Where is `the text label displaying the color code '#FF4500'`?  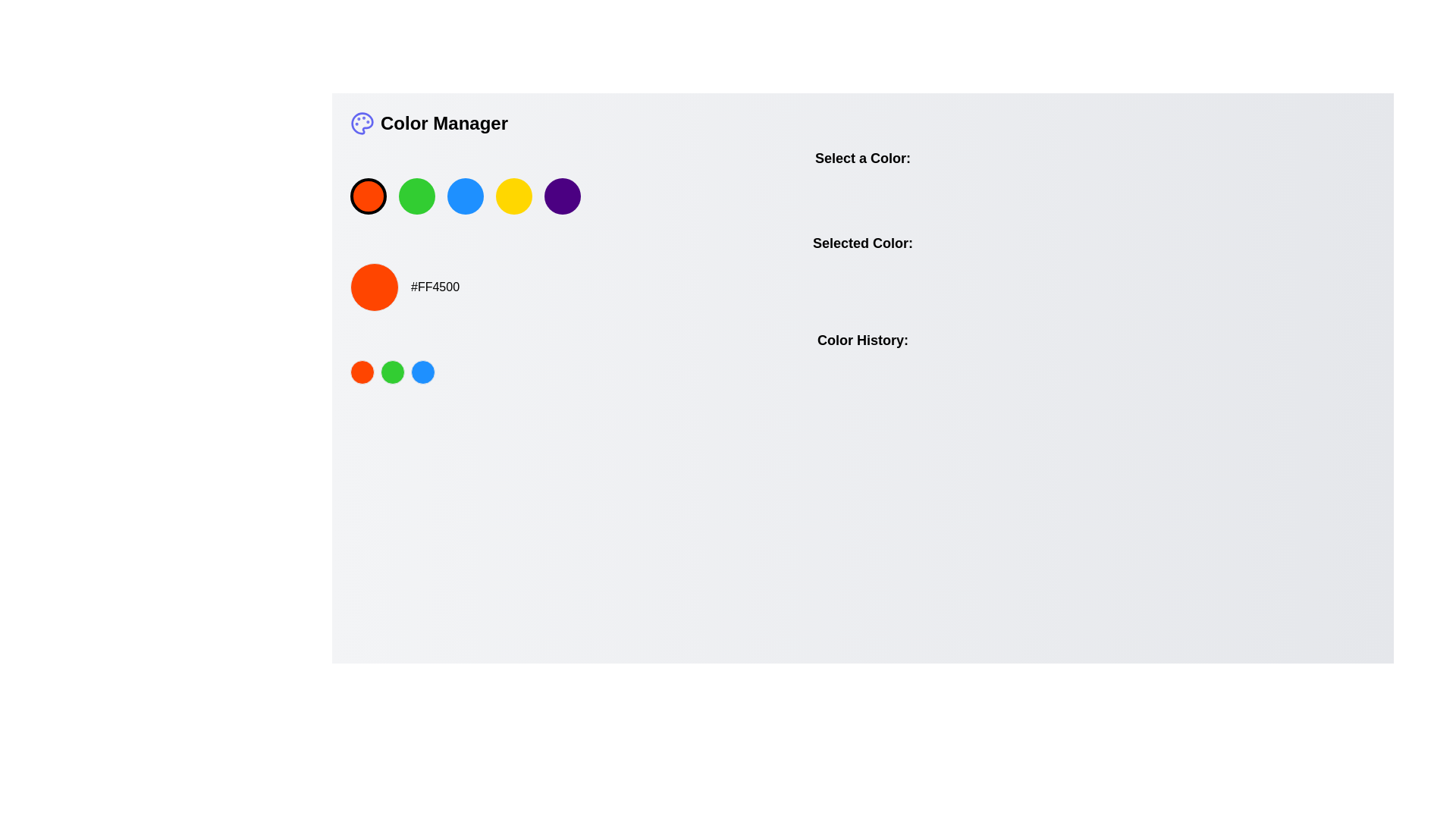
the text label displaying the color code '#FF4500' is located at coordinates (435, 287).